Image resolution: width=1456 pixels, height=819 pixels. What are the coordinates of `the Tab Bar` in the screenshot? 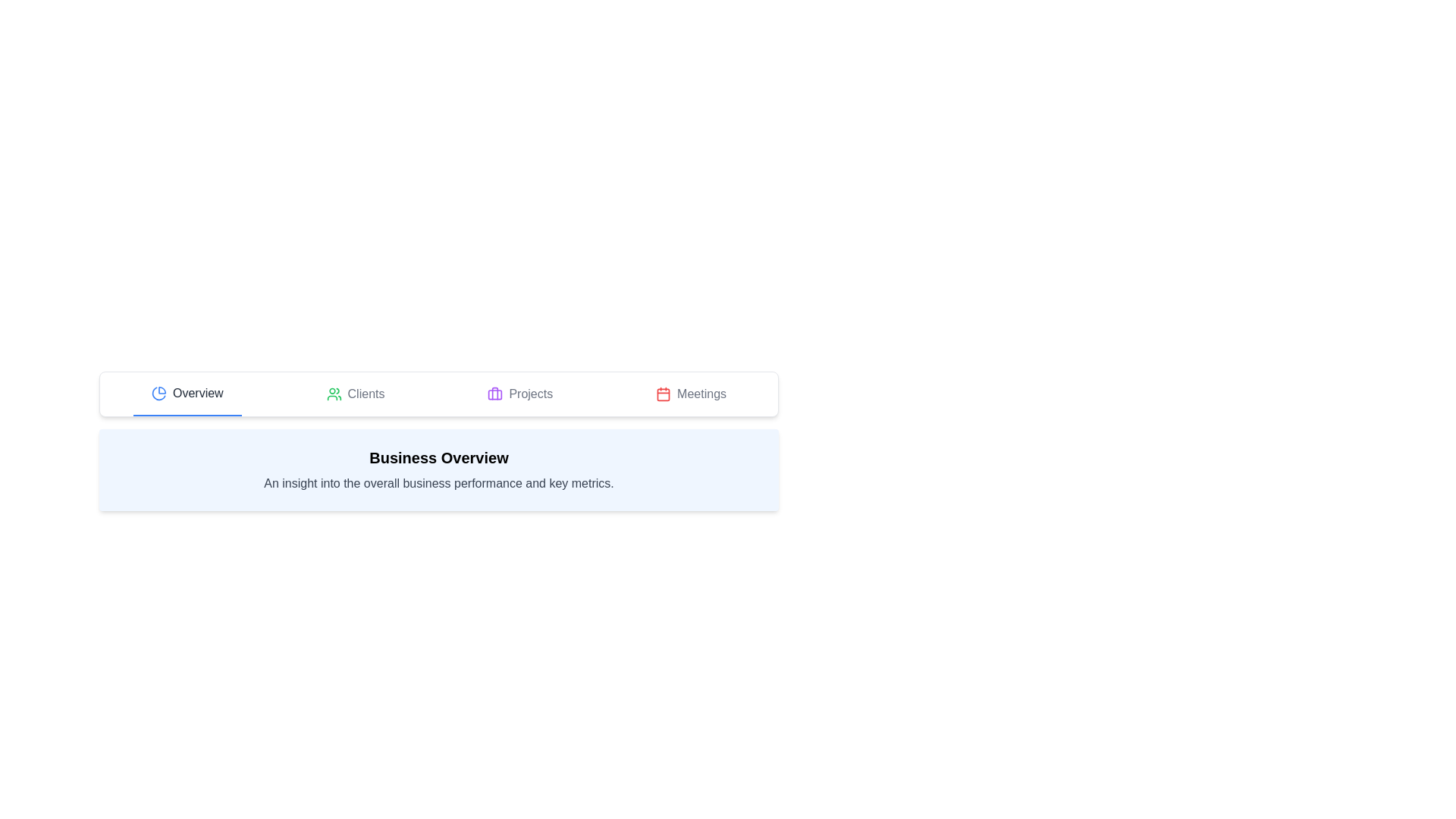 It's located at (438, 394).